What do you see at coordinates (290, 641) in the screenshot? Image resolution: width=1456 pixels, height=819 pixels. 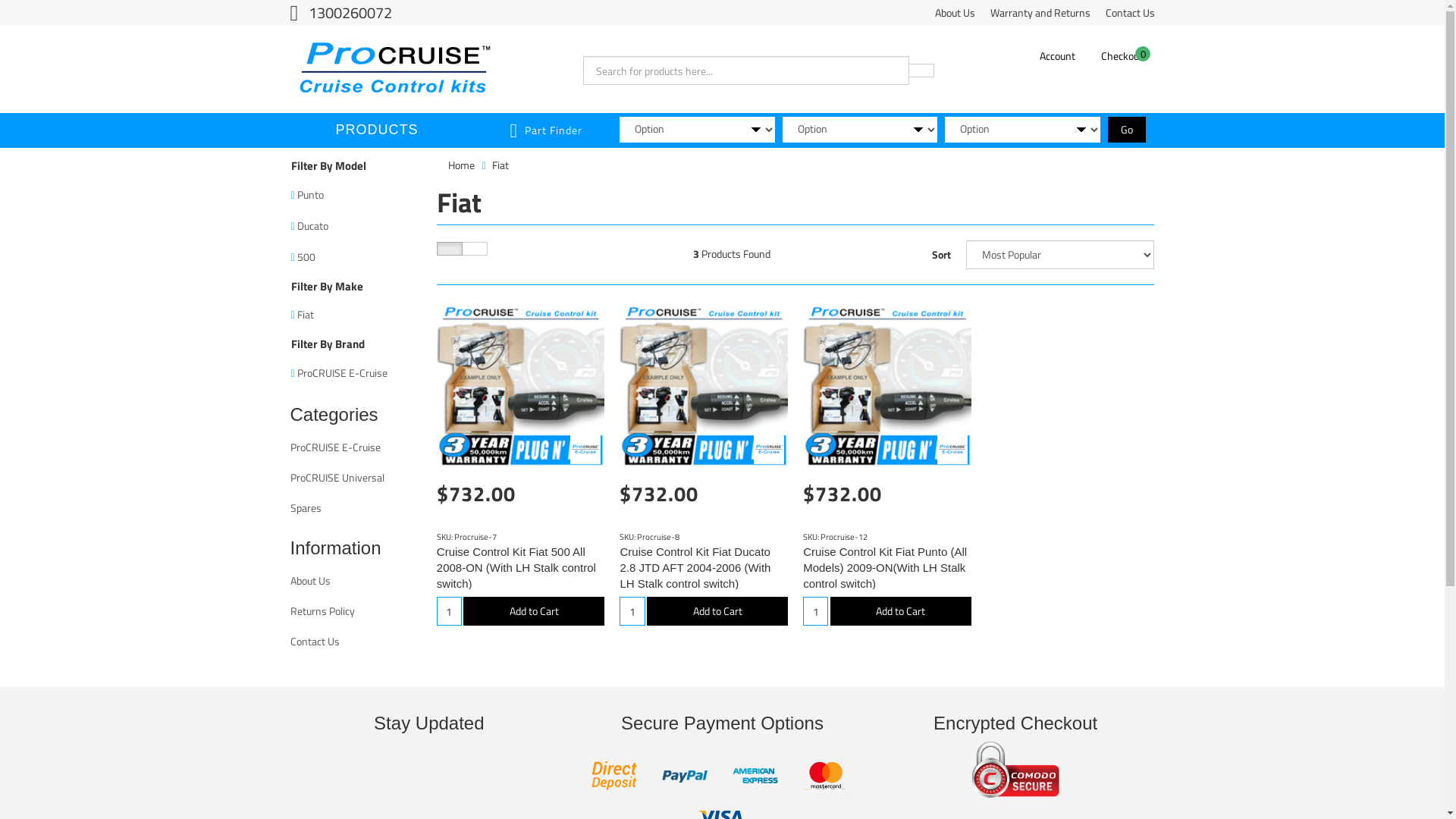 I see `'Contact Us'` at bounding box center [290, 641].